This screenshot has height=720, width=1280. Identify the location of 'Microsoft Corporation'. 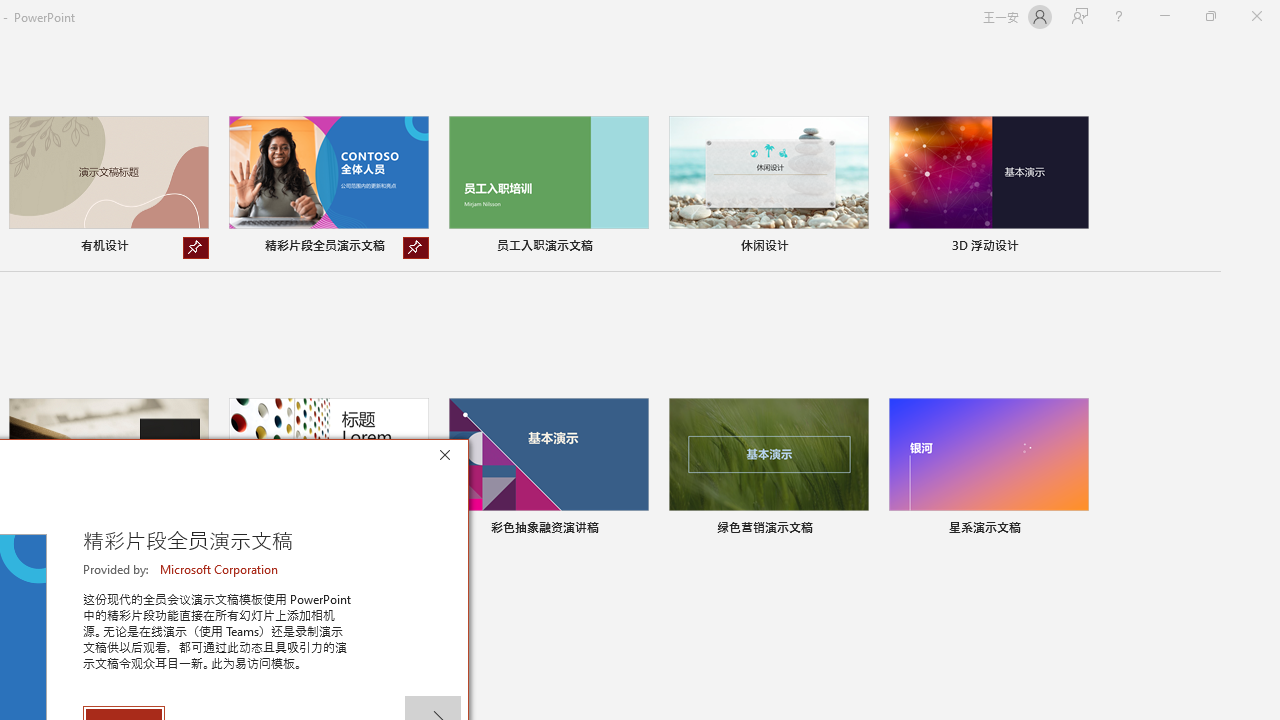
(220, 569).